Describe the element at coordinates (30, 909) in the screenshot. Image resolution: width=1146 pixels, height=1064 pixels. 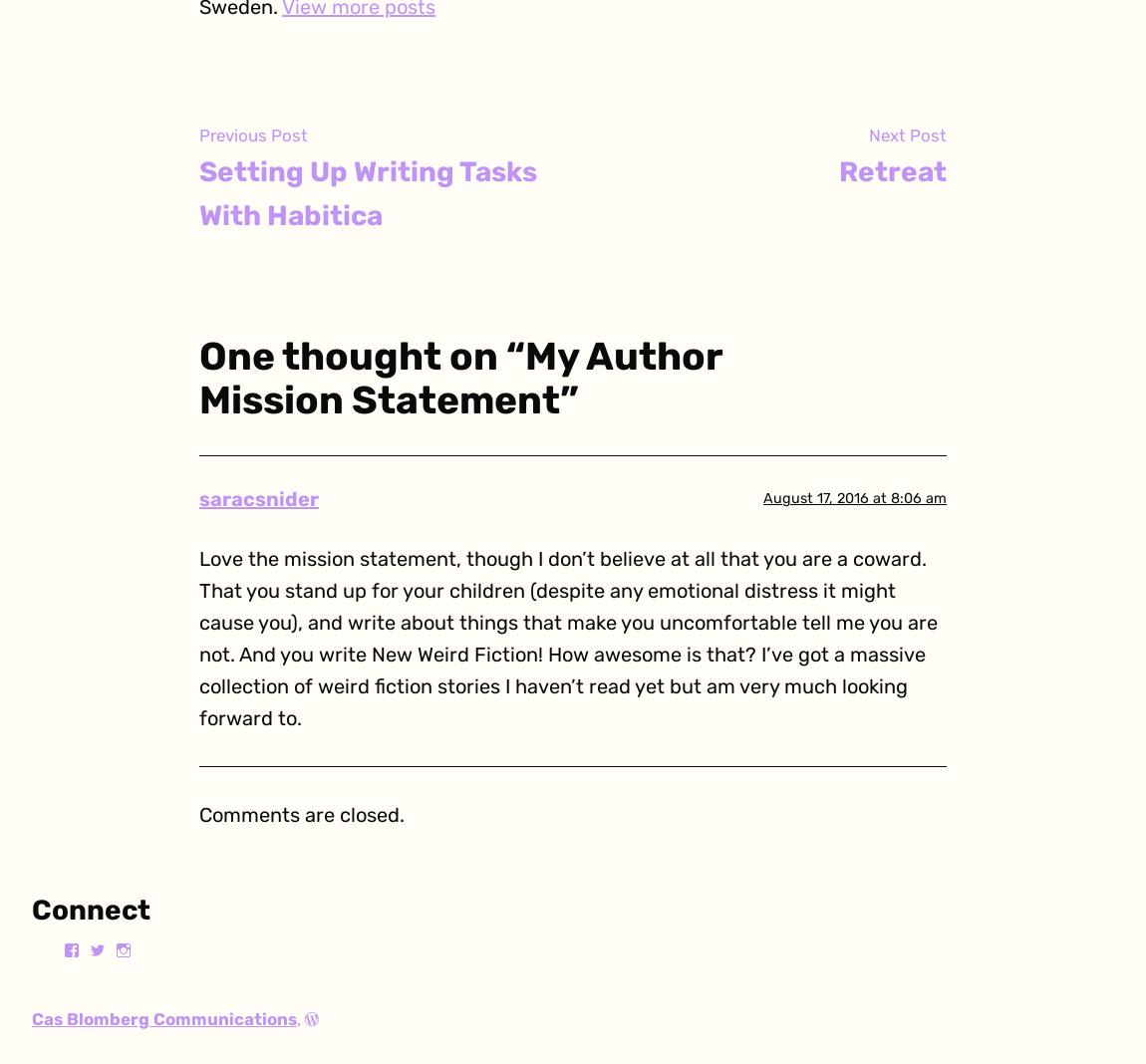
I see `'Connect'` at that location.